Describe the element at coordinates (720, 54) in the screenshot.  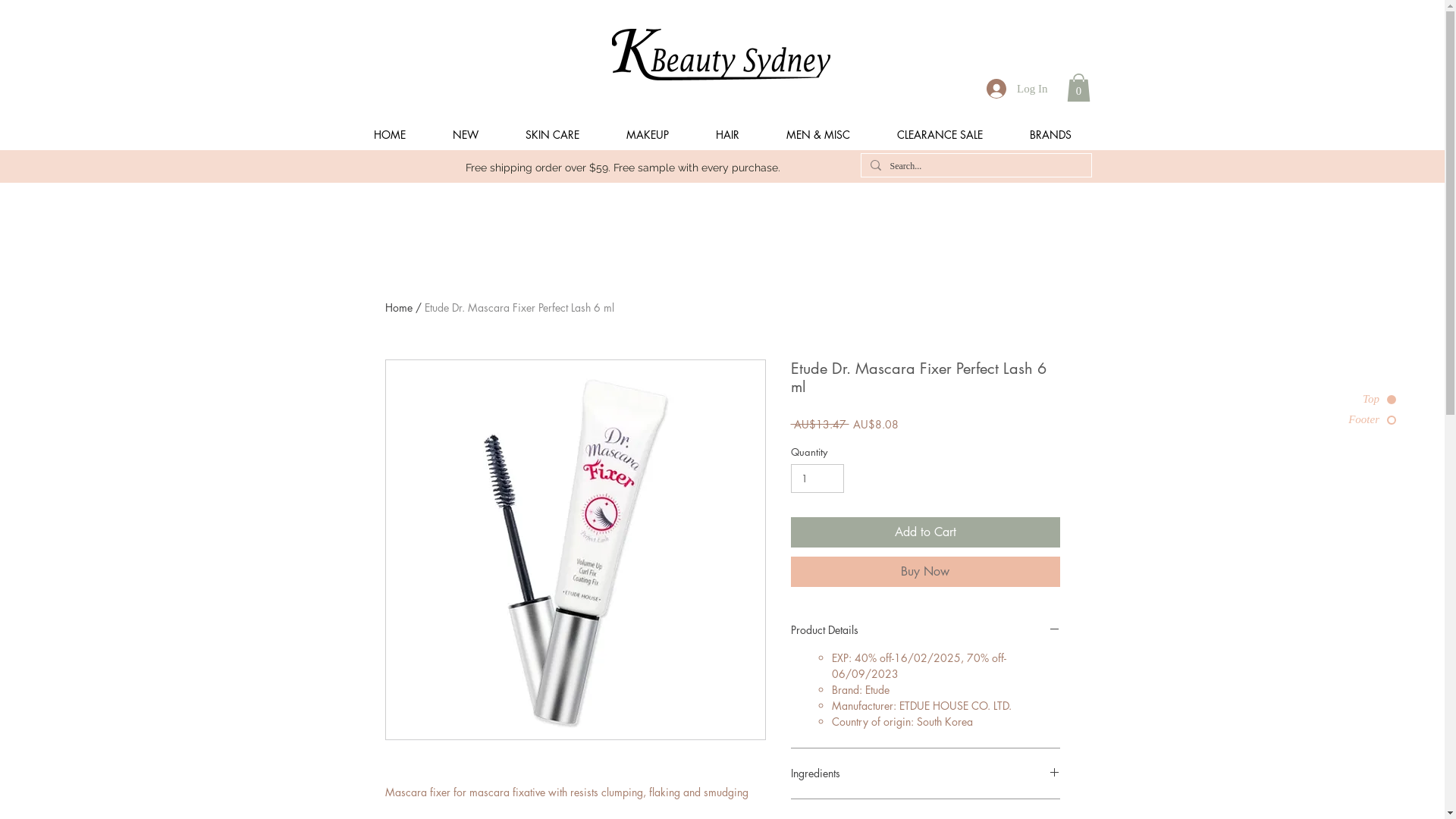
I see `'logo.png'` at that location.